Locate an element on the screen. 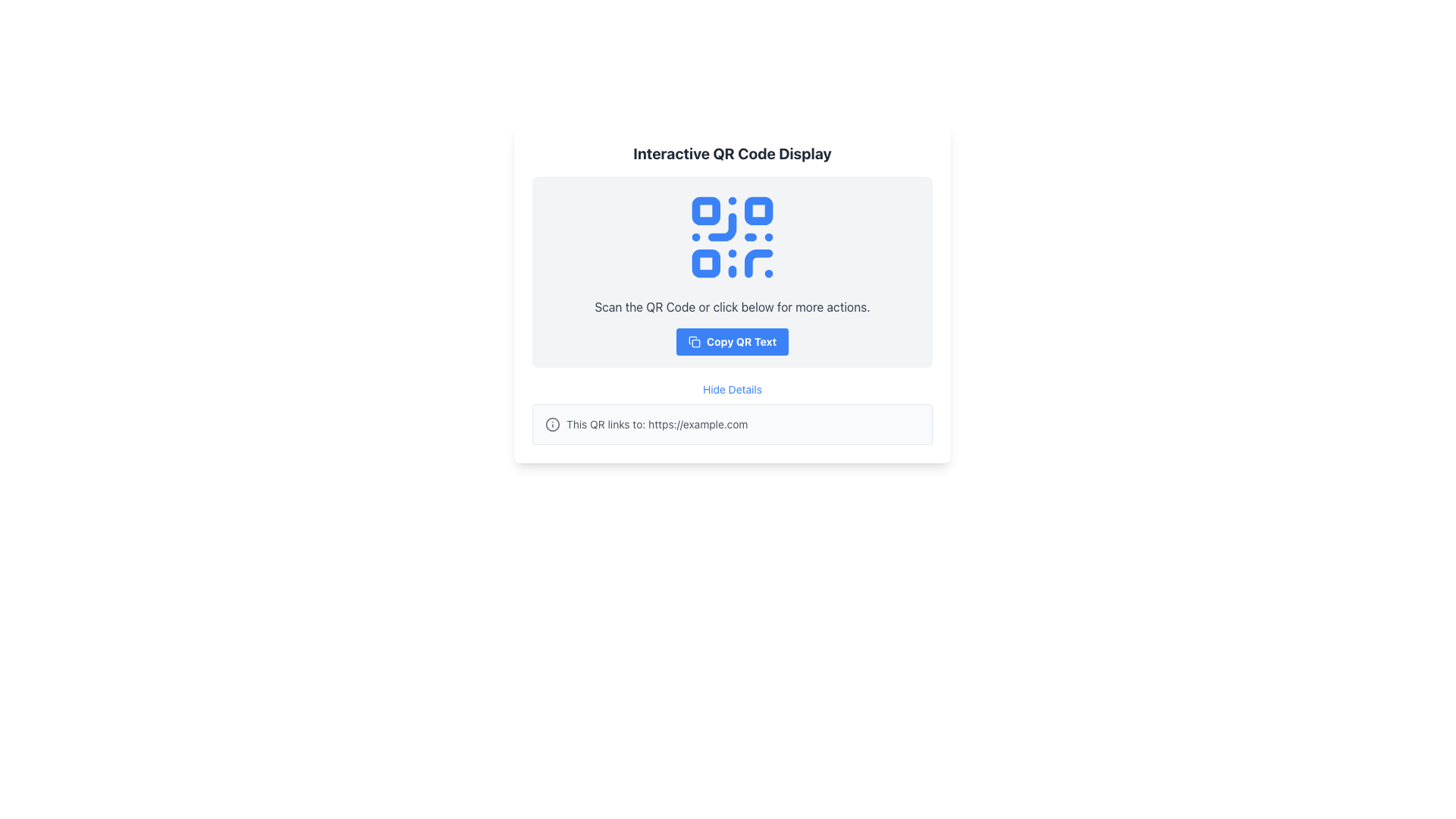 Image resolution: width=1456 pixels, height=819 pixels. the circular 'info' icon with a gray color scheme located to the left of the text 'This QR links to: https://example.com' is located at coordinates (552, 424).